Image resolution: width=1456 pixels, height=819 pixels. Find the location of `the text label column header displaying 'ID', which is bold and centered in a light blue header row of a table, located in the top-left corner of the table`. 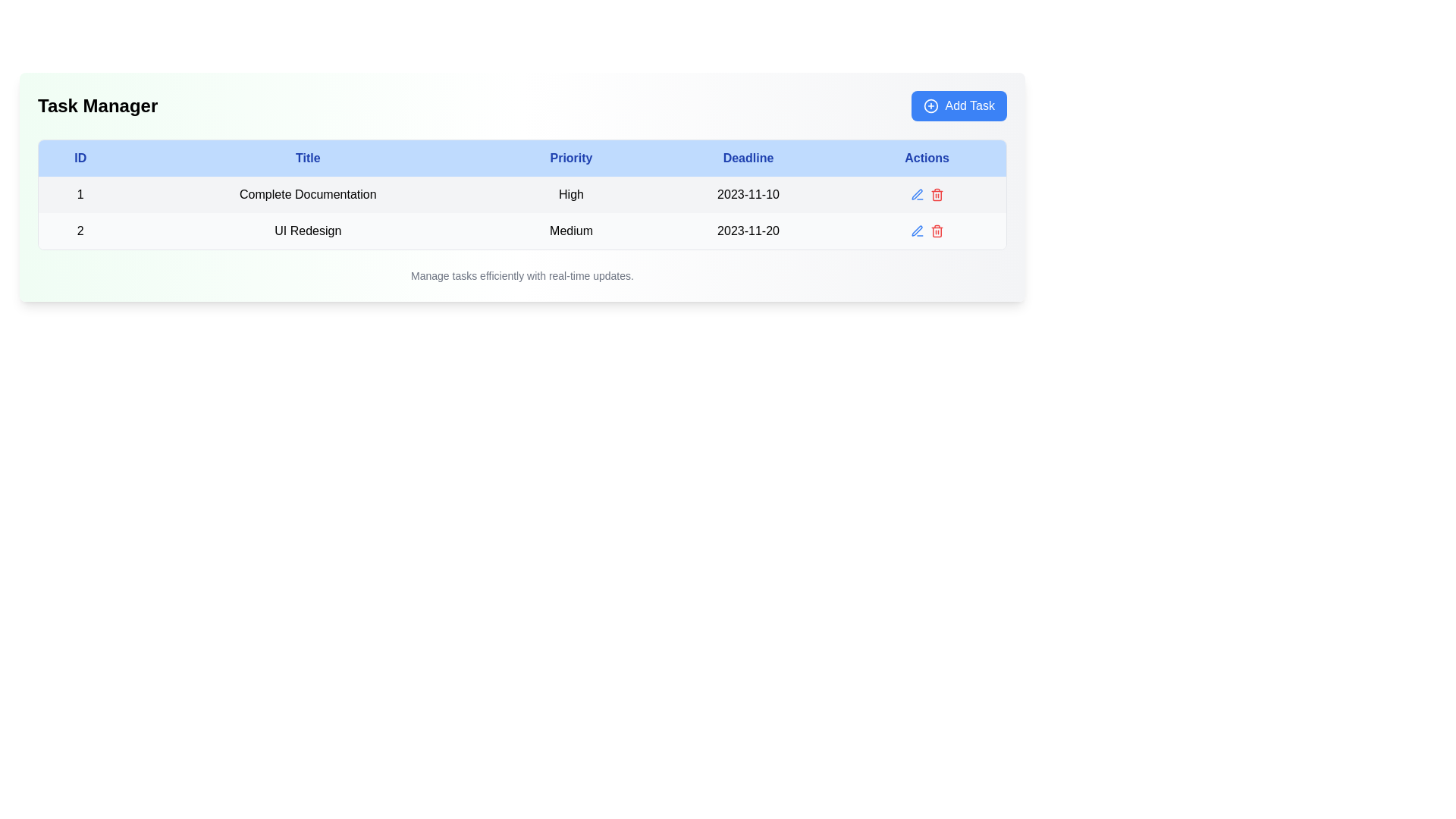

the text label column header displaying 'ID', which is bold and centered in a light blue header row of a table, located in the top-left corner of the table is located at coordinates (80, 158).